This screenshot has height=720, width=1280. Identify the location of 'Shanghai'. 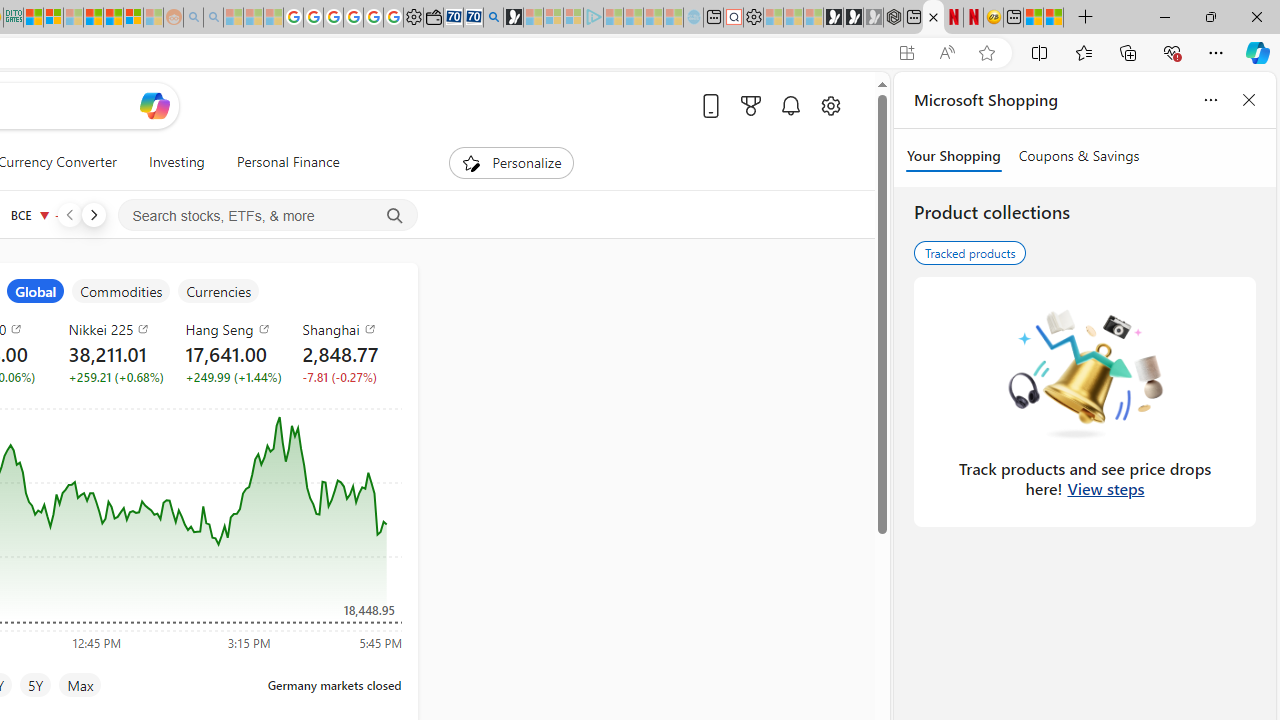
(348, 328).